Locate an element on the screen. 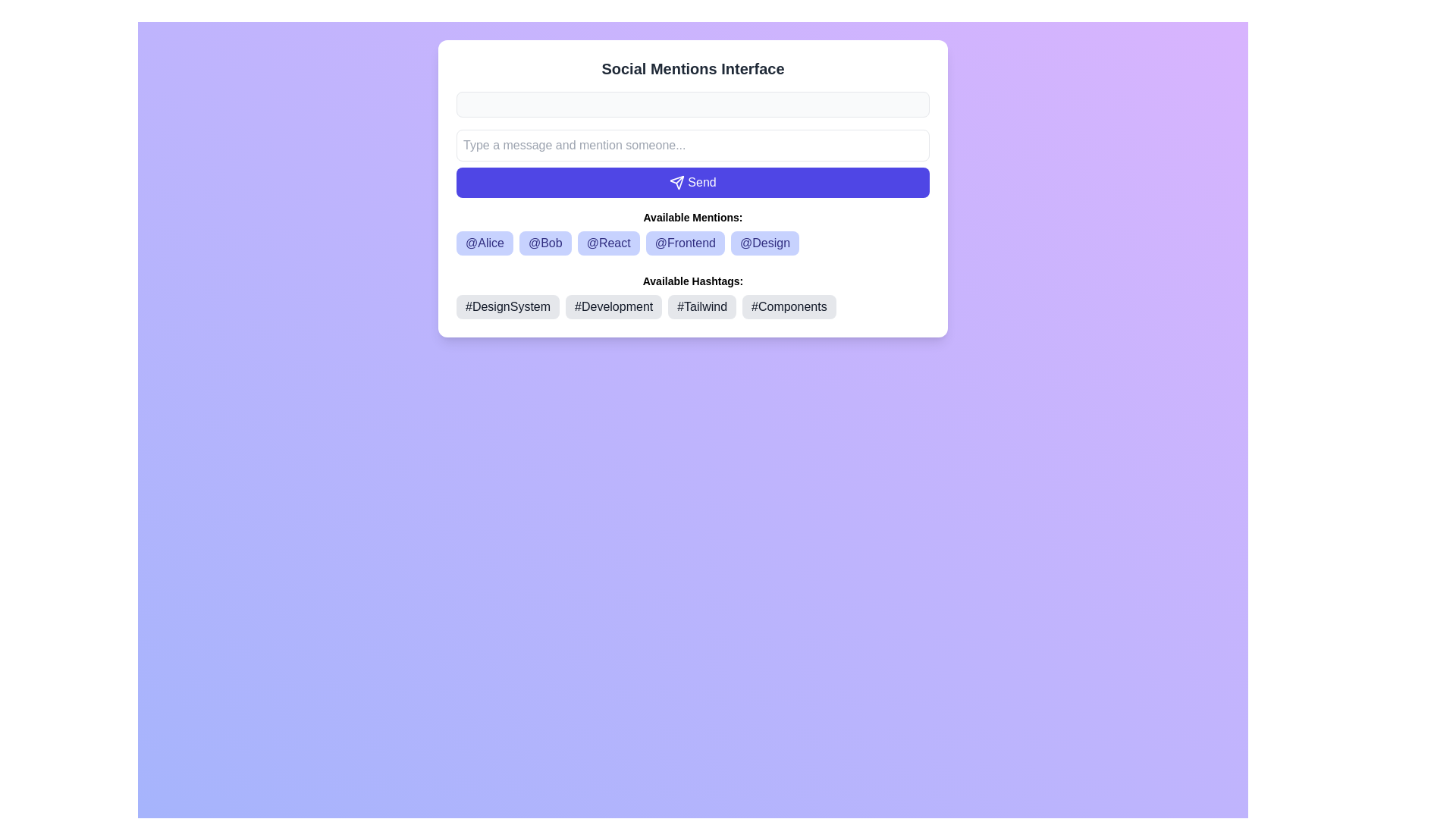  the fourth badge in the 'Available Mentions' section, which signifies the '@Frontend' mention is located at coordinates (684, 242).